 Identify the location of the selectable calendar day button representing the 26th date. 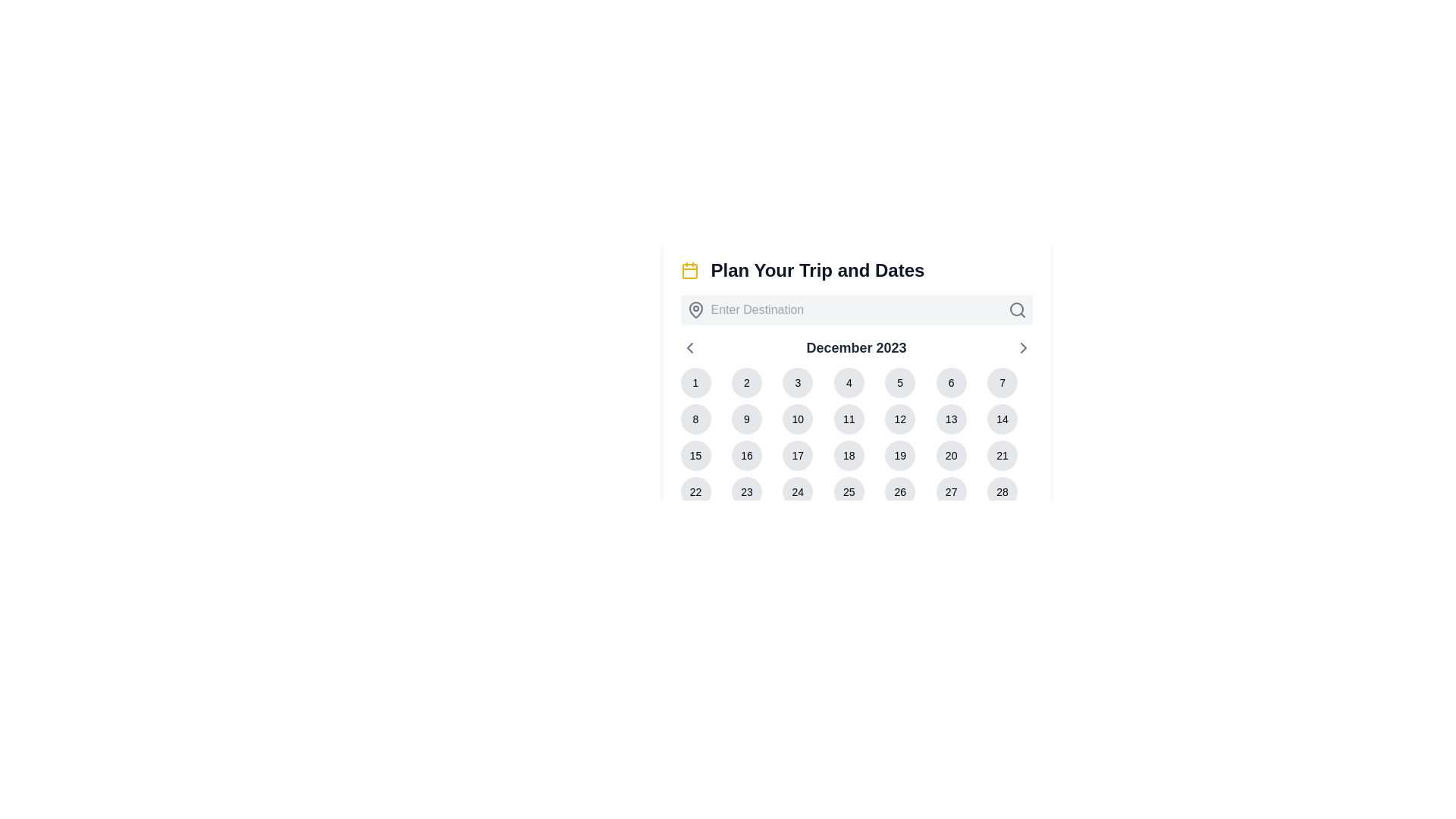
(900, 491).